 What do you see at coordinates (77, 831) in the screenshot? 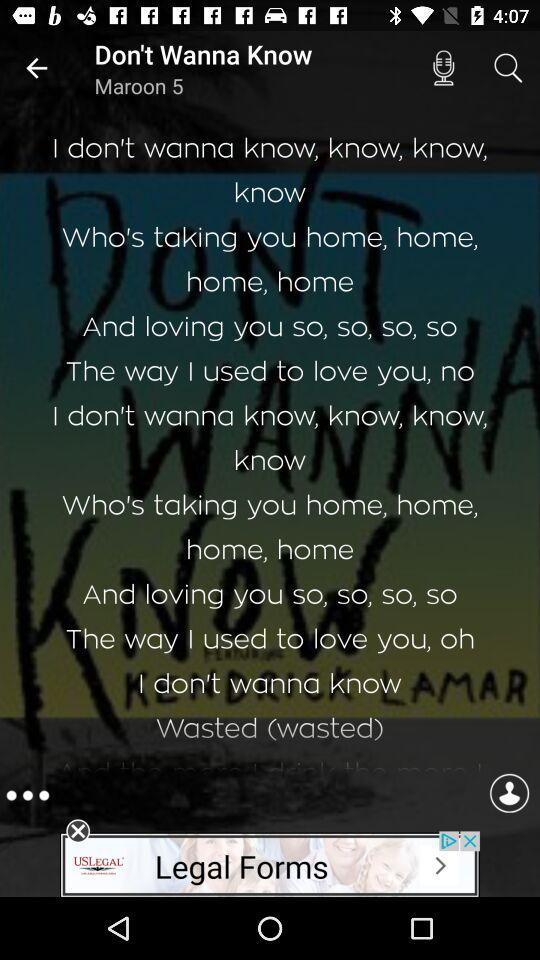
I see `the close icon` at bounding box center [77, 831].